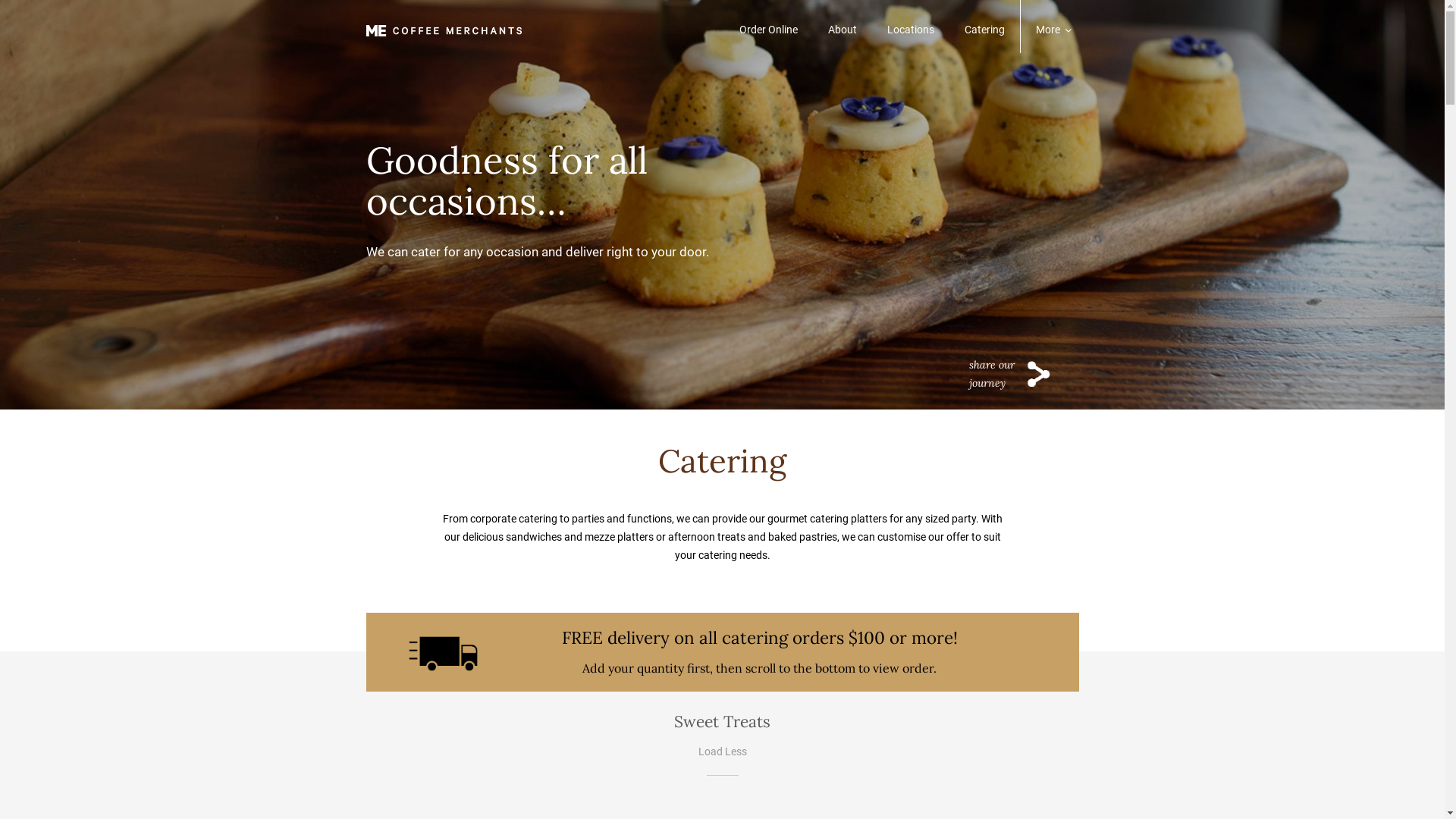  I want to click on 'About', so click(841, 29).